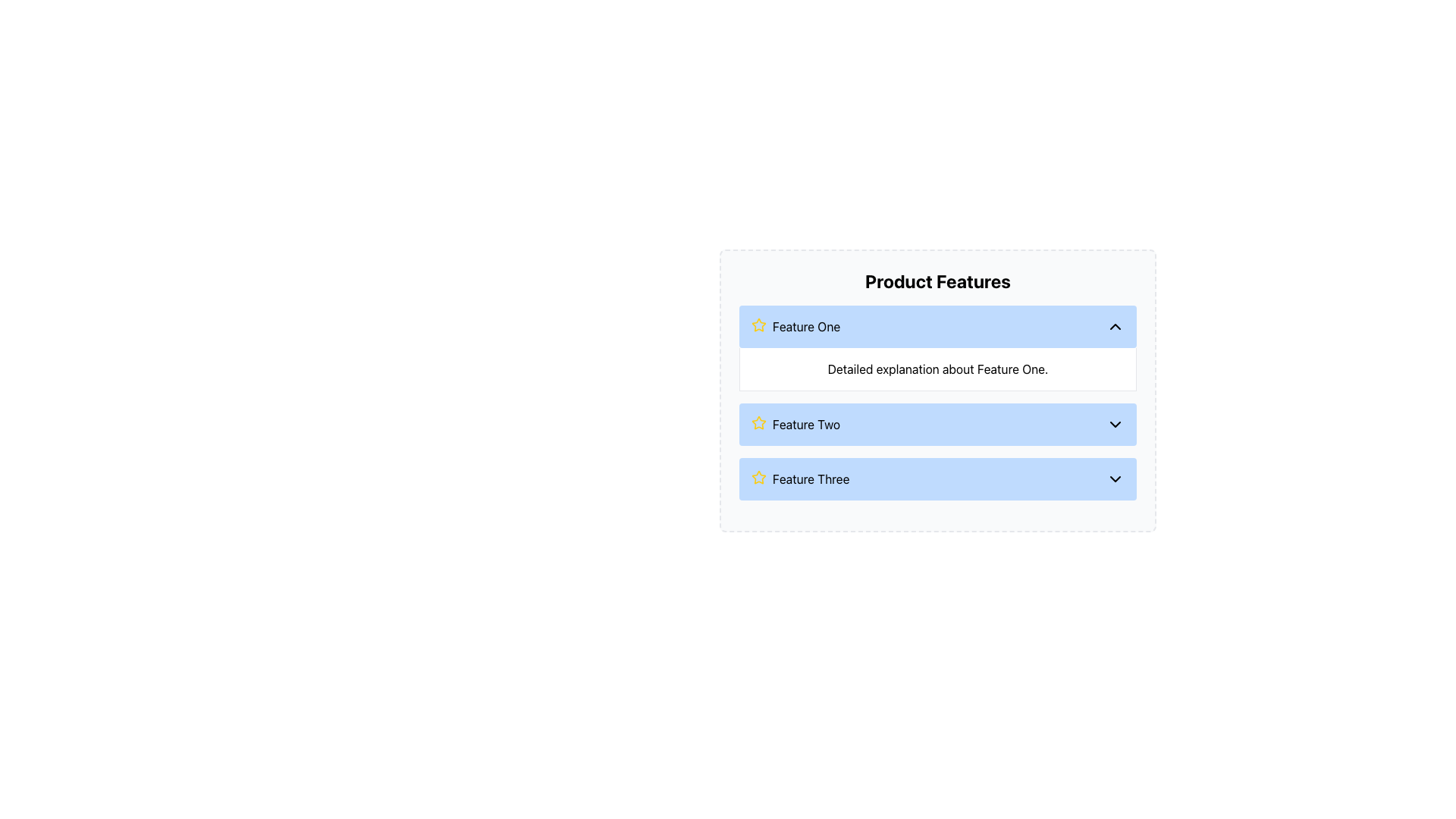 The width and height of the screenshot is (1456, 819). What do you see at coordinates (759, 476) in the screenshot?
I see `the star-shaped icon with a hollow interior and yellow border, located to the left of the text 'Feature Three' in the 'Product Features' list` at bounding box center [759, 476].